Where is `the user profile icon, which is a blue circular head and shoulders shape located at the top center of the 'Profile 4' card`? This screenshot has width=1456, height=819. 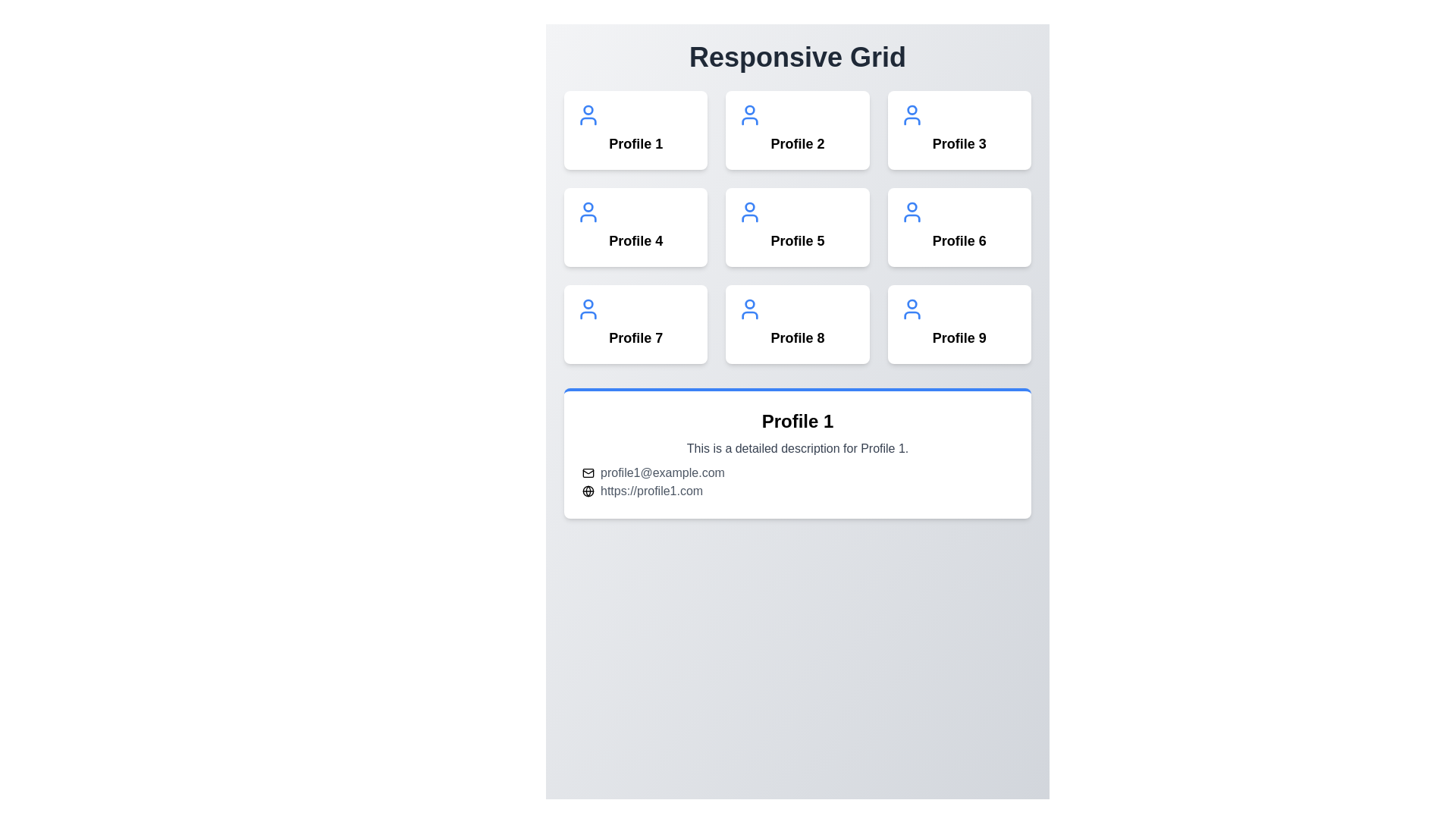 the user profile icon, which is a blue circular head and shoulders shape located at the top center of the 'Profile 4' card is located at coordinates (588, 212).